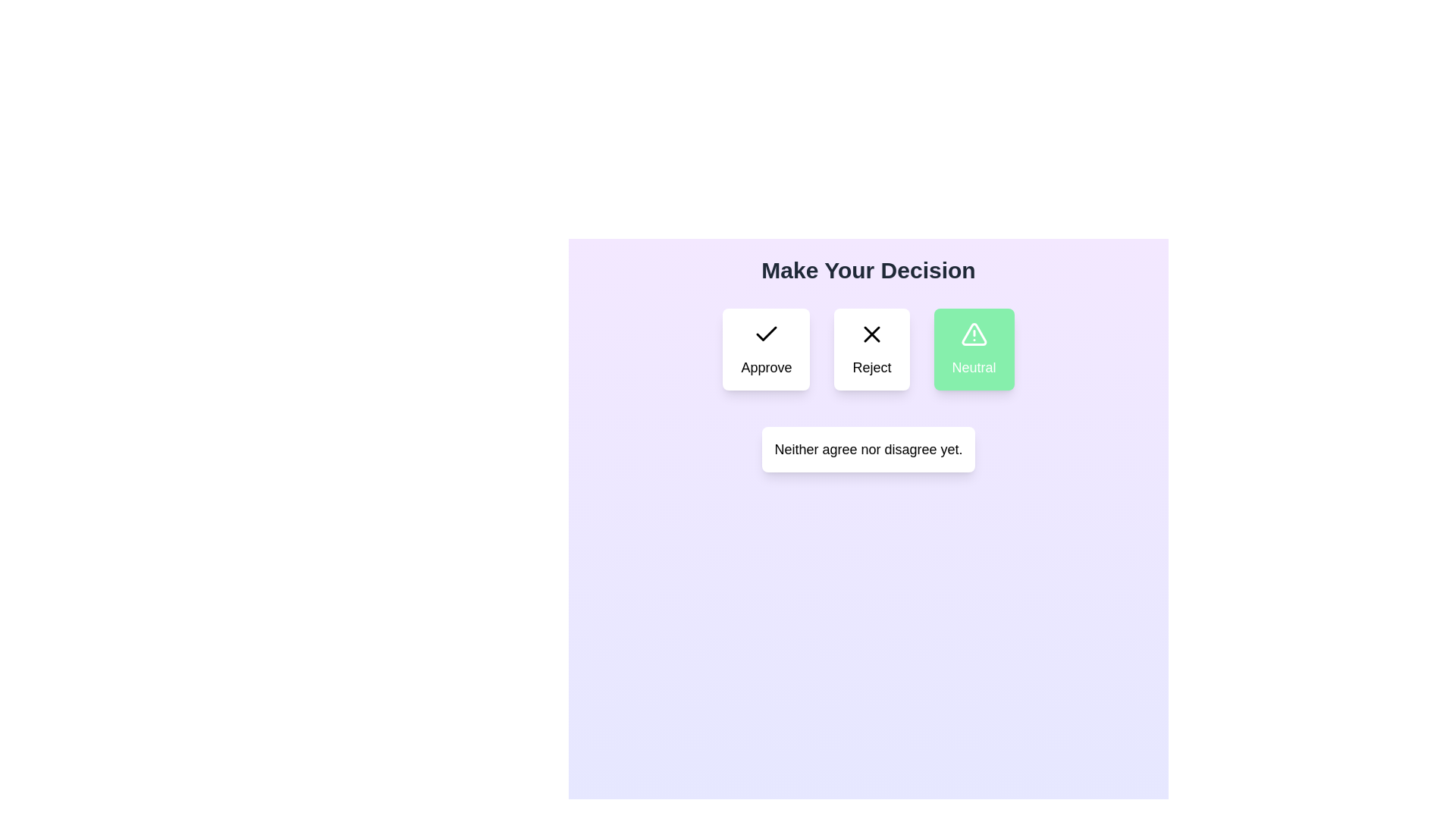 Image resolution: width=1456 pixels, height=819 pixels. I want to click on the button labeled Neutral to observe its visual effect, so click(974, 350).